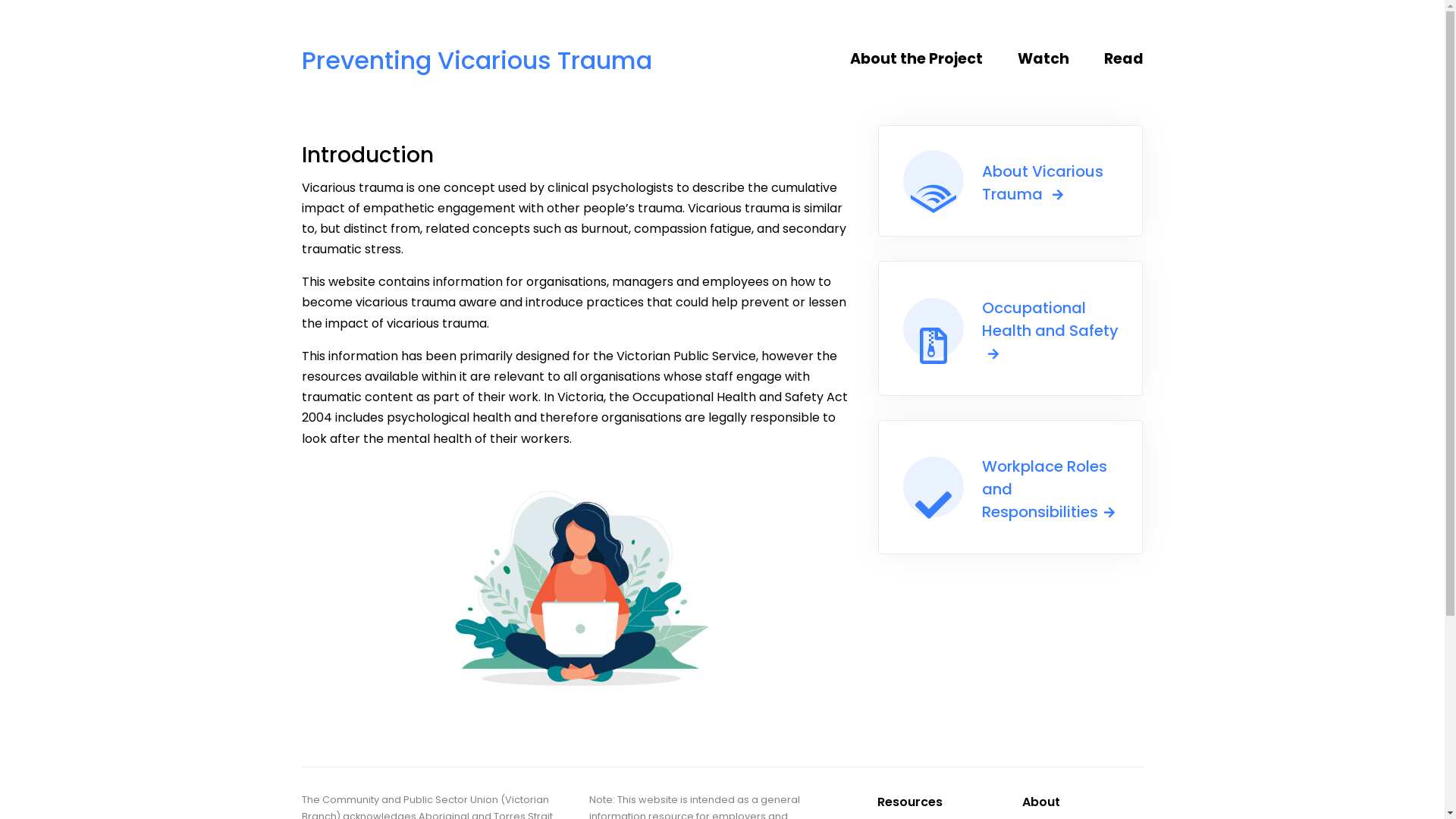 The width and height of the screenshot is (1456, 819). Describe the element at coordinates (1118, 58) in the screenshot. I see `'Read'` at that location.